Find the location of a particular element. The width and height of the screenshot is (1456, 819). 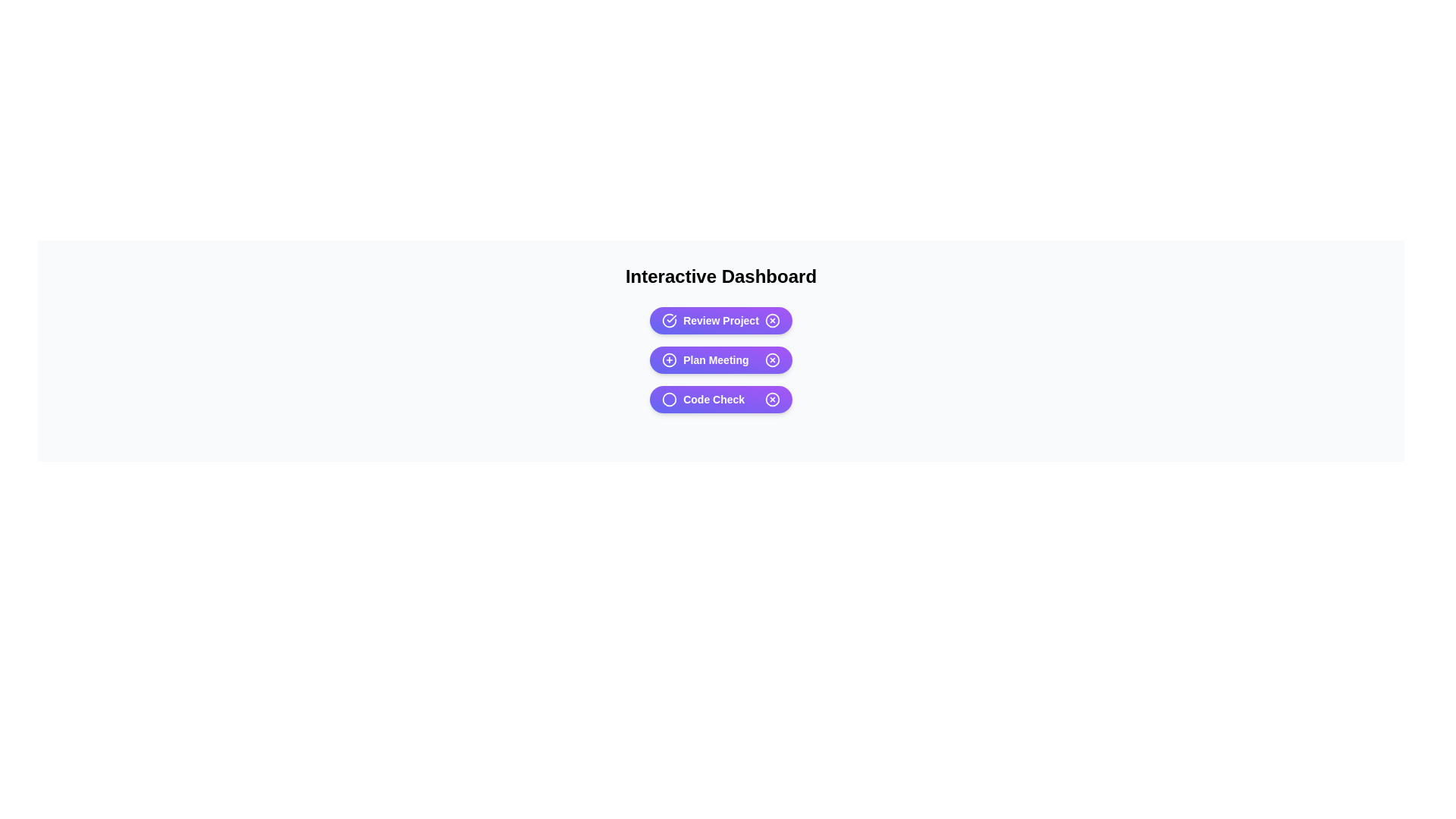

the close button of the chip labeled Code Check to remove it is located at coordinates (772, 399).